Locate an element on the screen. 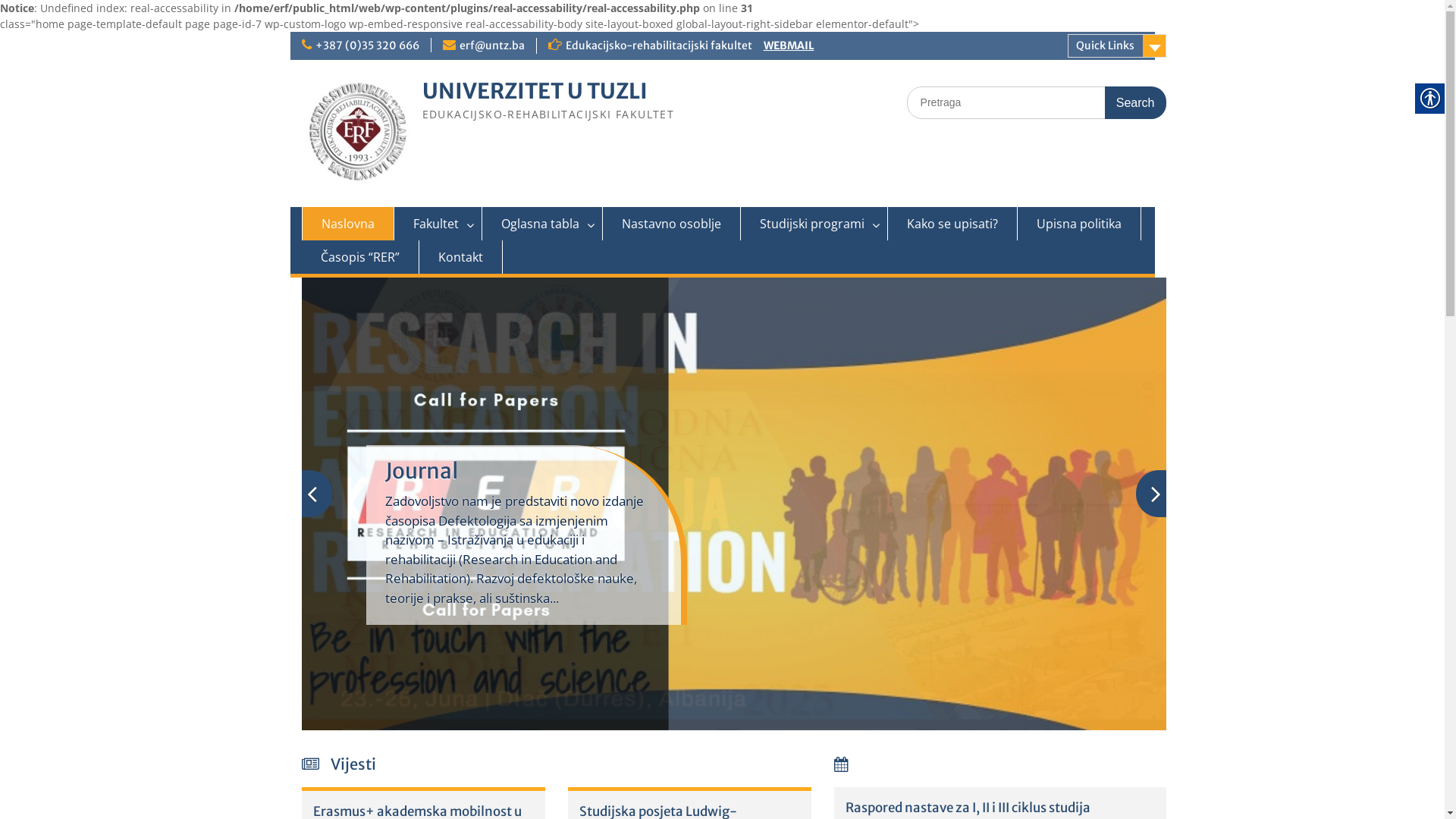 The width and height of the screenshot is (1456, 819). 'Studijski programi' is located at coordinates (813, 223).